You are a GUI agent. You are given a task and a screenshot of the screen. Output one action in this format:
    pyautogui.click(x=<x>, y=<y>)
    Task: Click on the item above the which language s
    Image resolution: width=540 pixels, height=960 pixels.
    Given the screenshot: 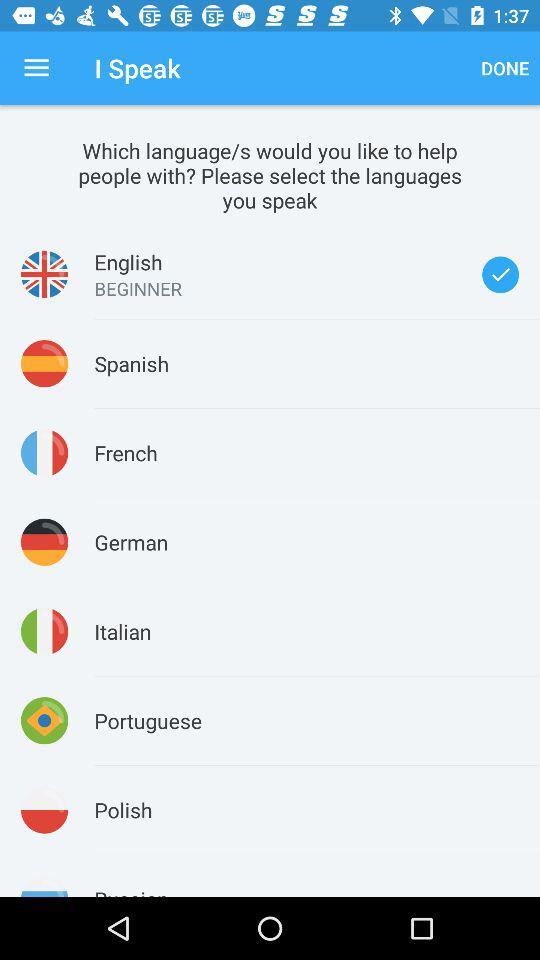 What is the action you would take?
    pyautogui.click(x=36, y=68)
    